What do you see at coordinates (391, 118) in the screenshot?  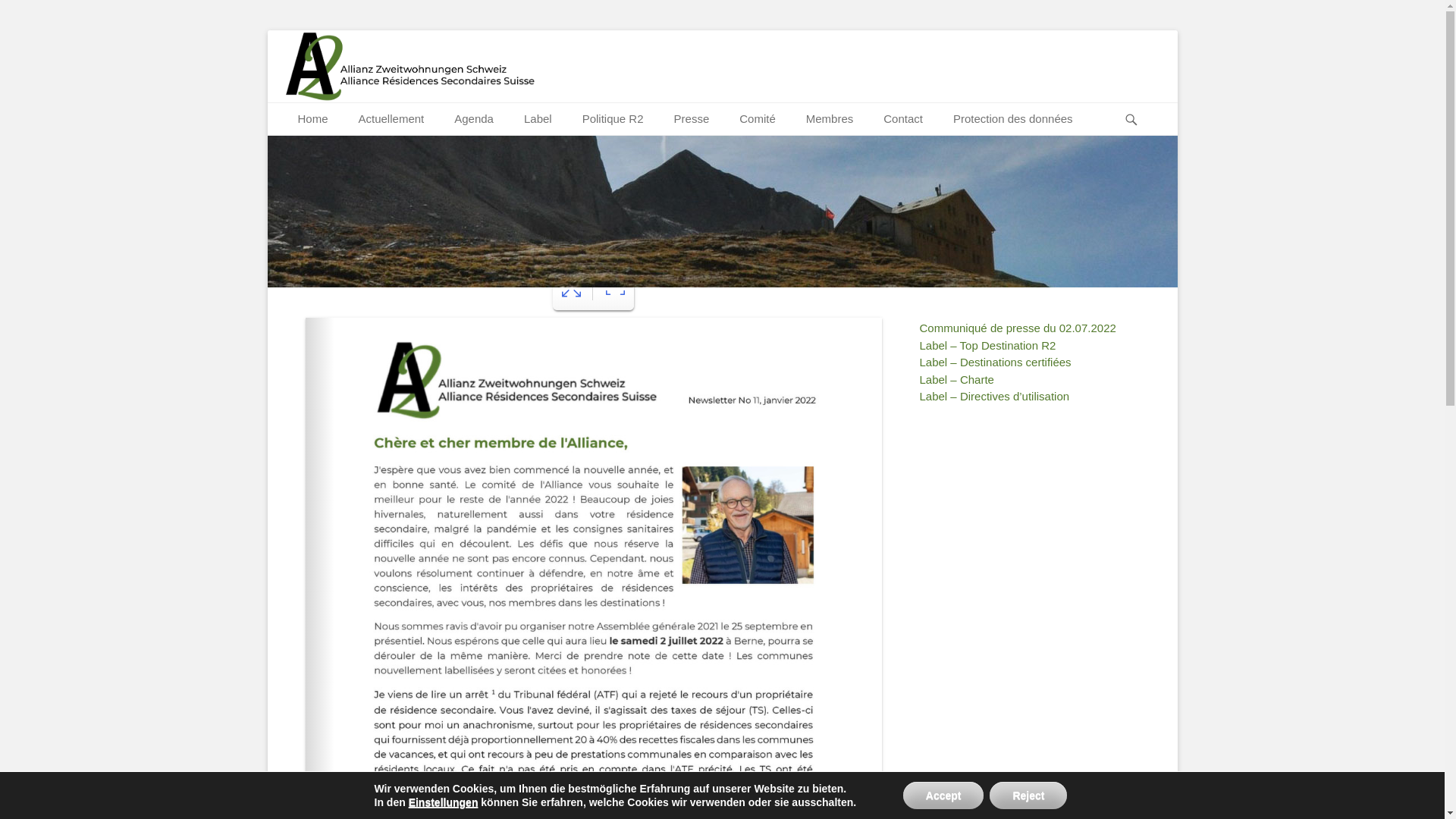 I see `'Actuellement'` at bounding box center [391, 118].